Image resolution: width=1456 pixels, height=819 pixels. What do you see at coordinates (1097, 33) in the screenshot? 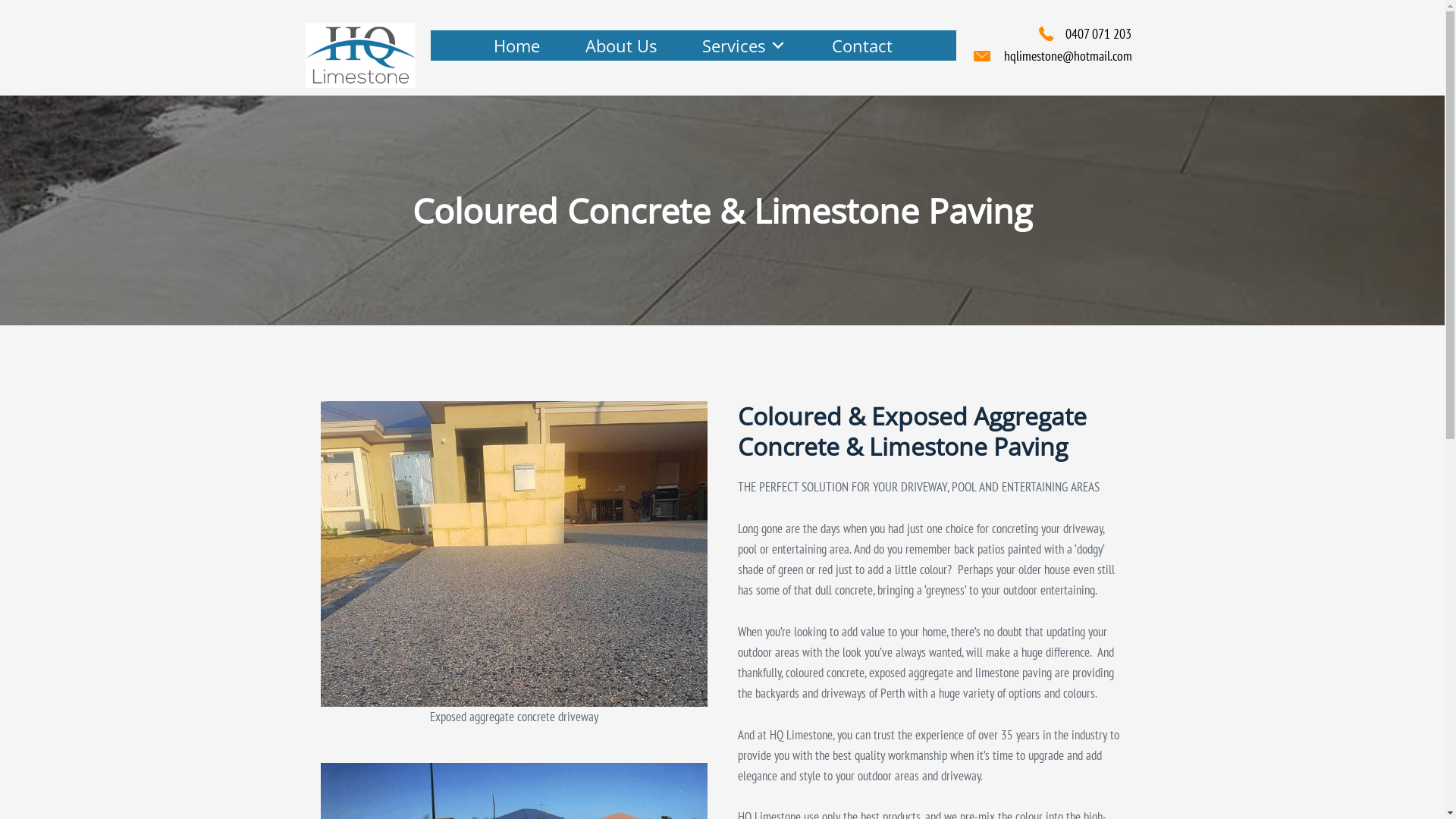
I see `'0407 071 203'` at bounding box center [1097, 33].